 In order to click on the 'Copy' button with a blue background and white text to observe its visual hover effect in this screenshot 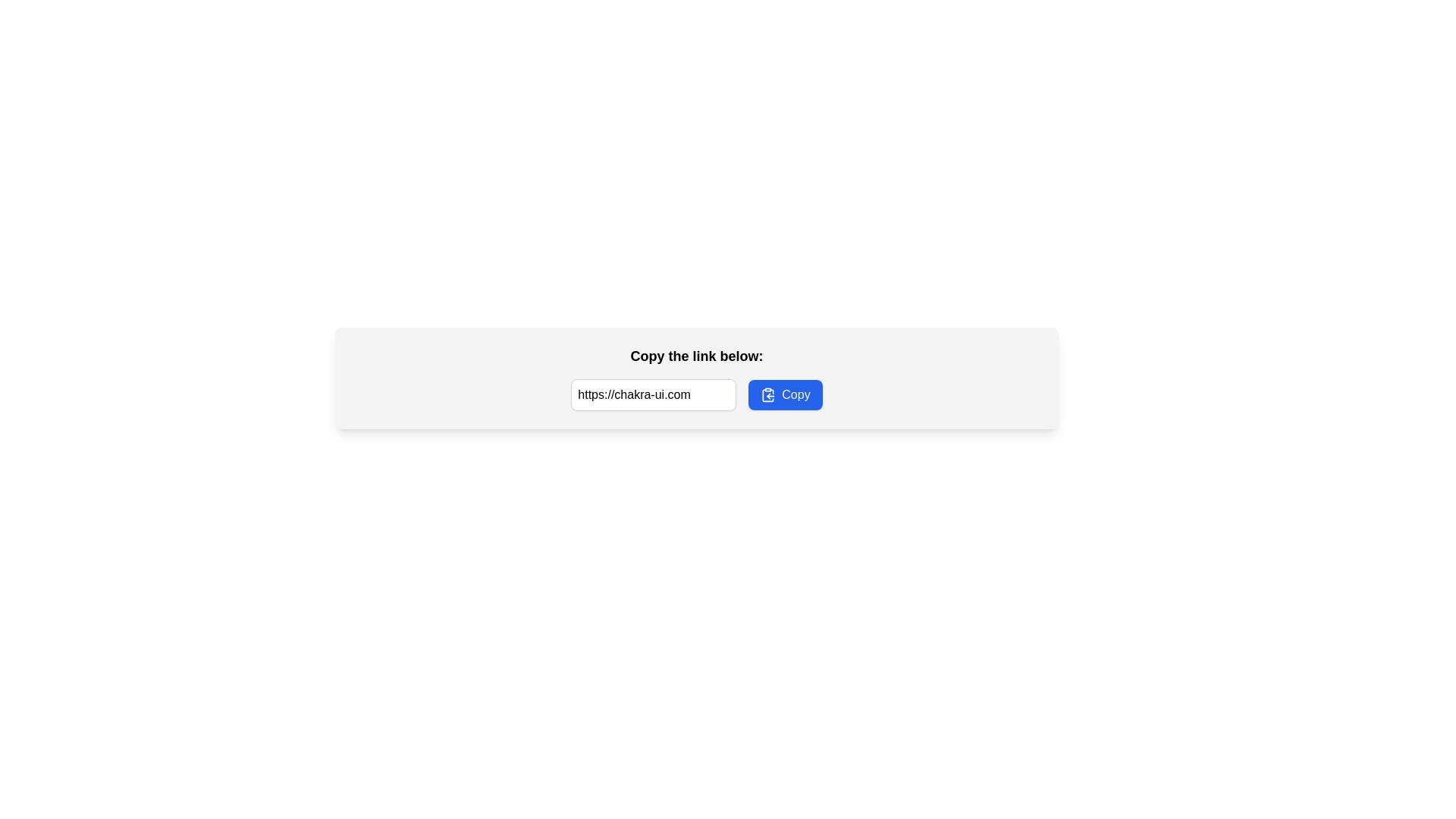, I will do `click(786, 394)`.